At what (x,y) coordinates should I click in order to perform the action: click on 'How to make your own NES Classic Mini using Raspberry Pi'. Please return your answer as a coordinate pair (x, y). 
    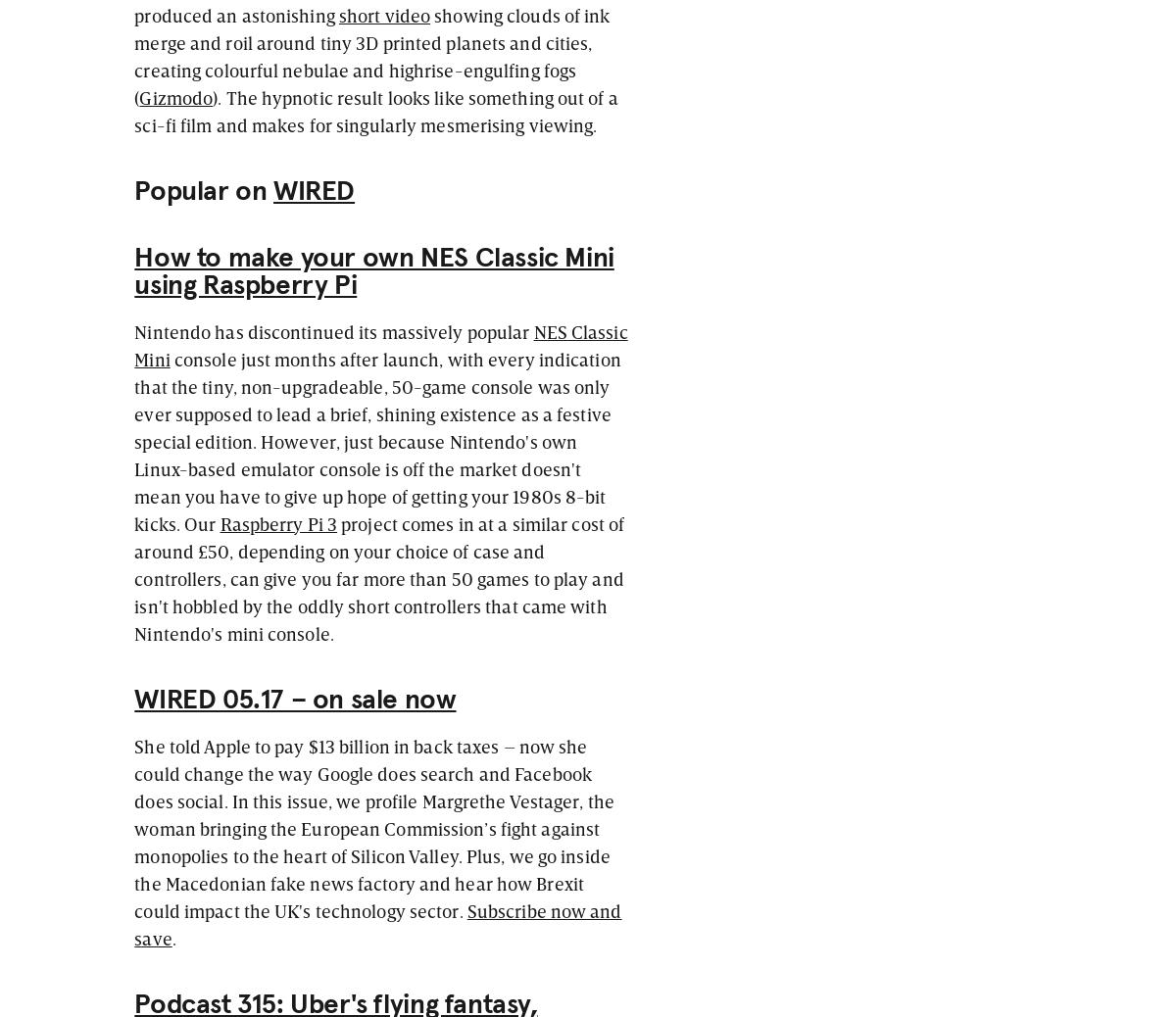
    Looking at the image, I should click on (373, 271).